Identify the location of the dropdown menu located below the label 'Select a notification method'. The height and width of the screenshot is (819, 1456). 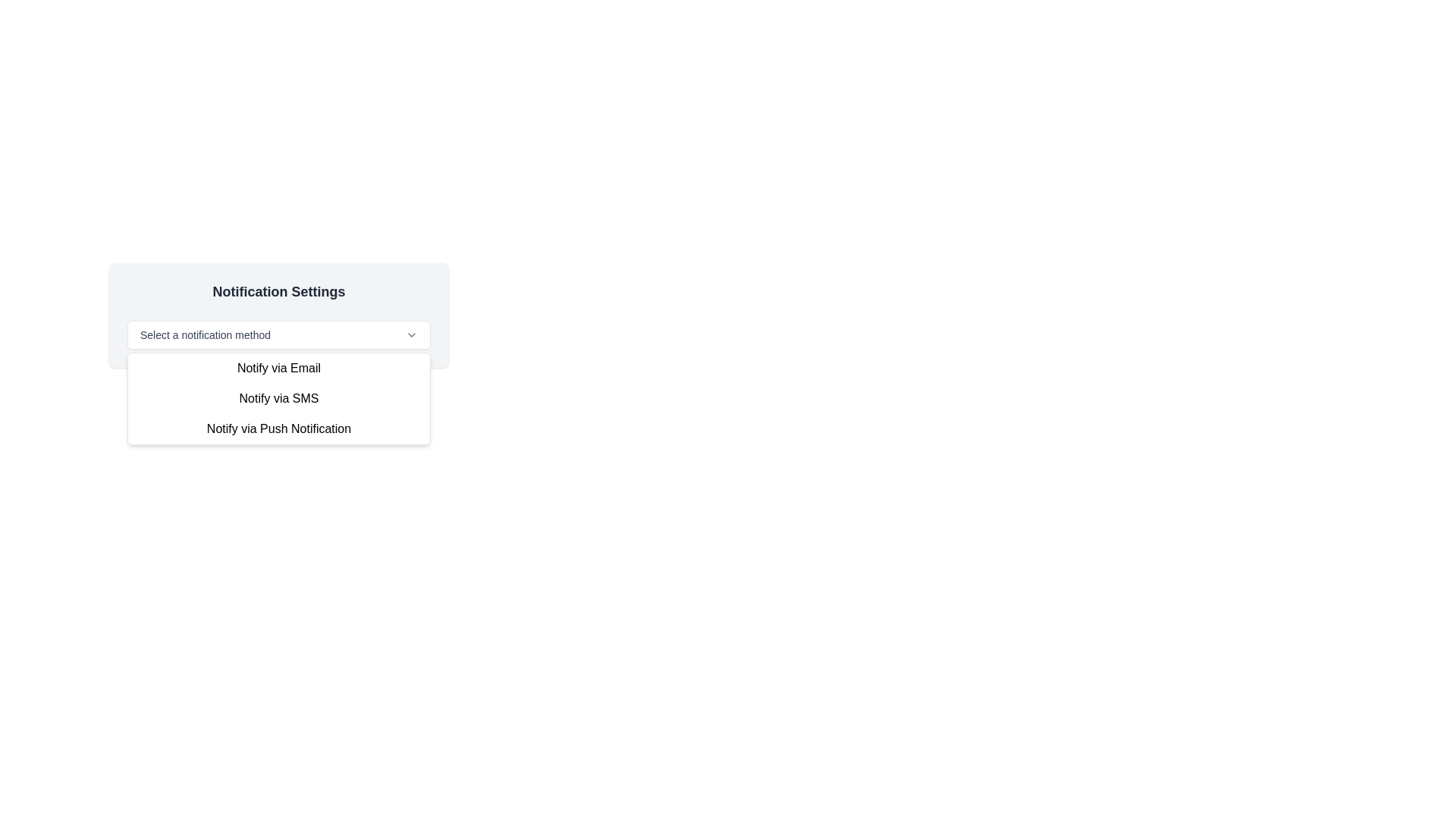
(279, 397).